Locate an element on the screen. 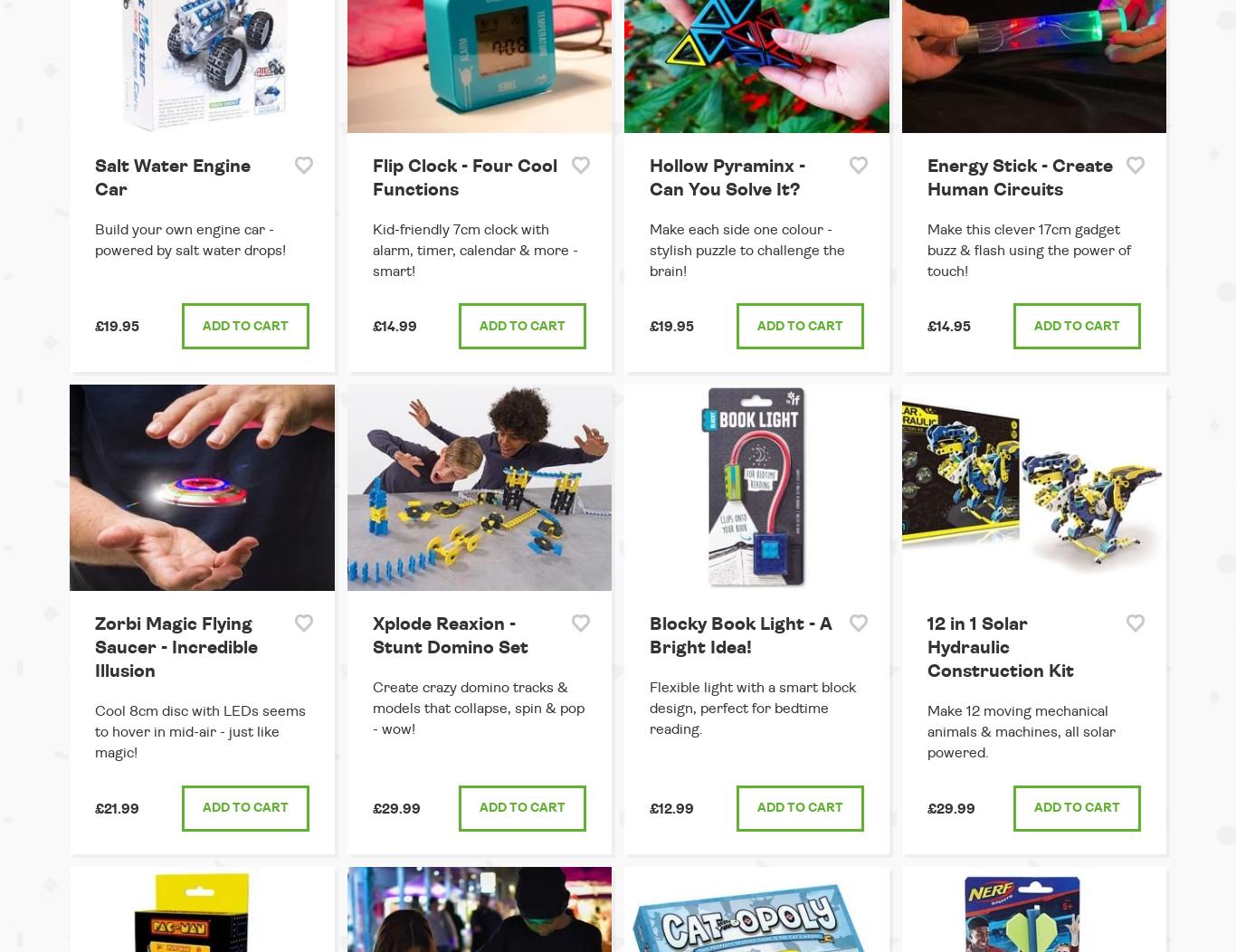 The width and height of the screenshot is (1236, 952). 'Salt Water Engine Car' is located at coordinates (95, 176).